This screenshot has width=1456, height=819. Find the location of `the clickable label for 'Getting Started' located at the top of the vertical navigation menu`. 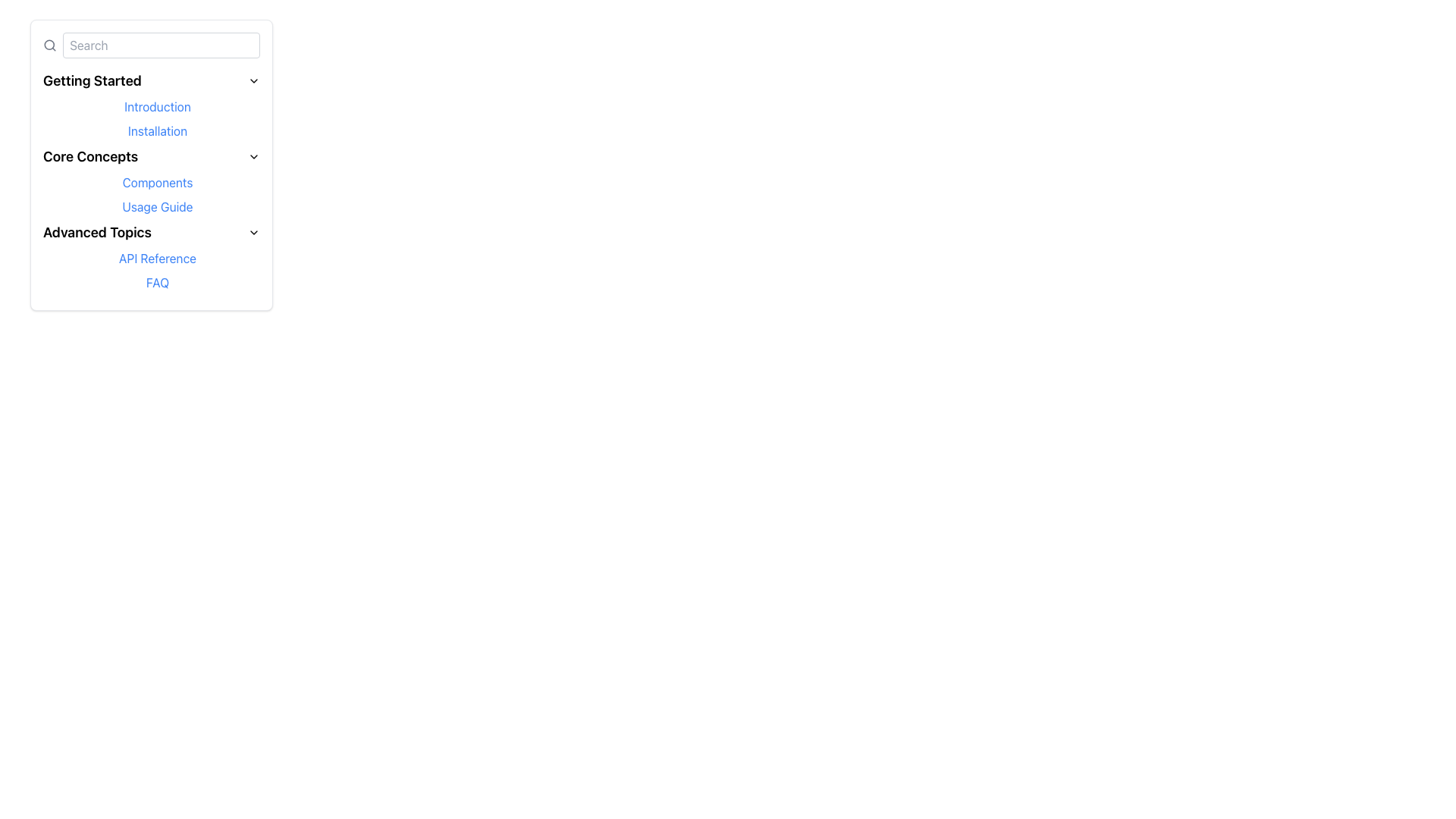

the clickable label for 'Getting Started' located at the top of the vertical navigation menu is located at coordinates (91, 81).